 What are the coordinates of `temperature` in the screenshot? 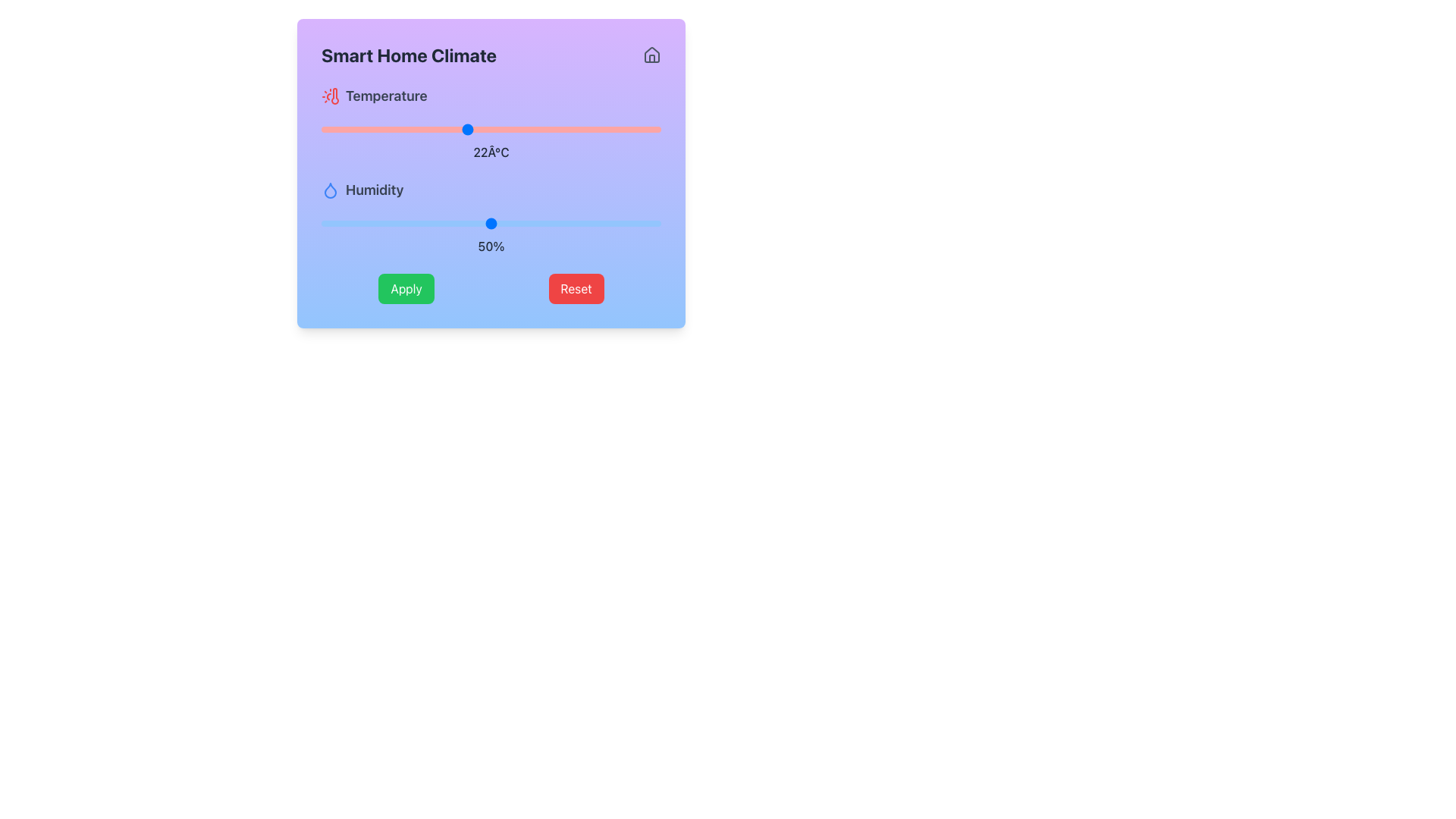 It's located at (320, 128).